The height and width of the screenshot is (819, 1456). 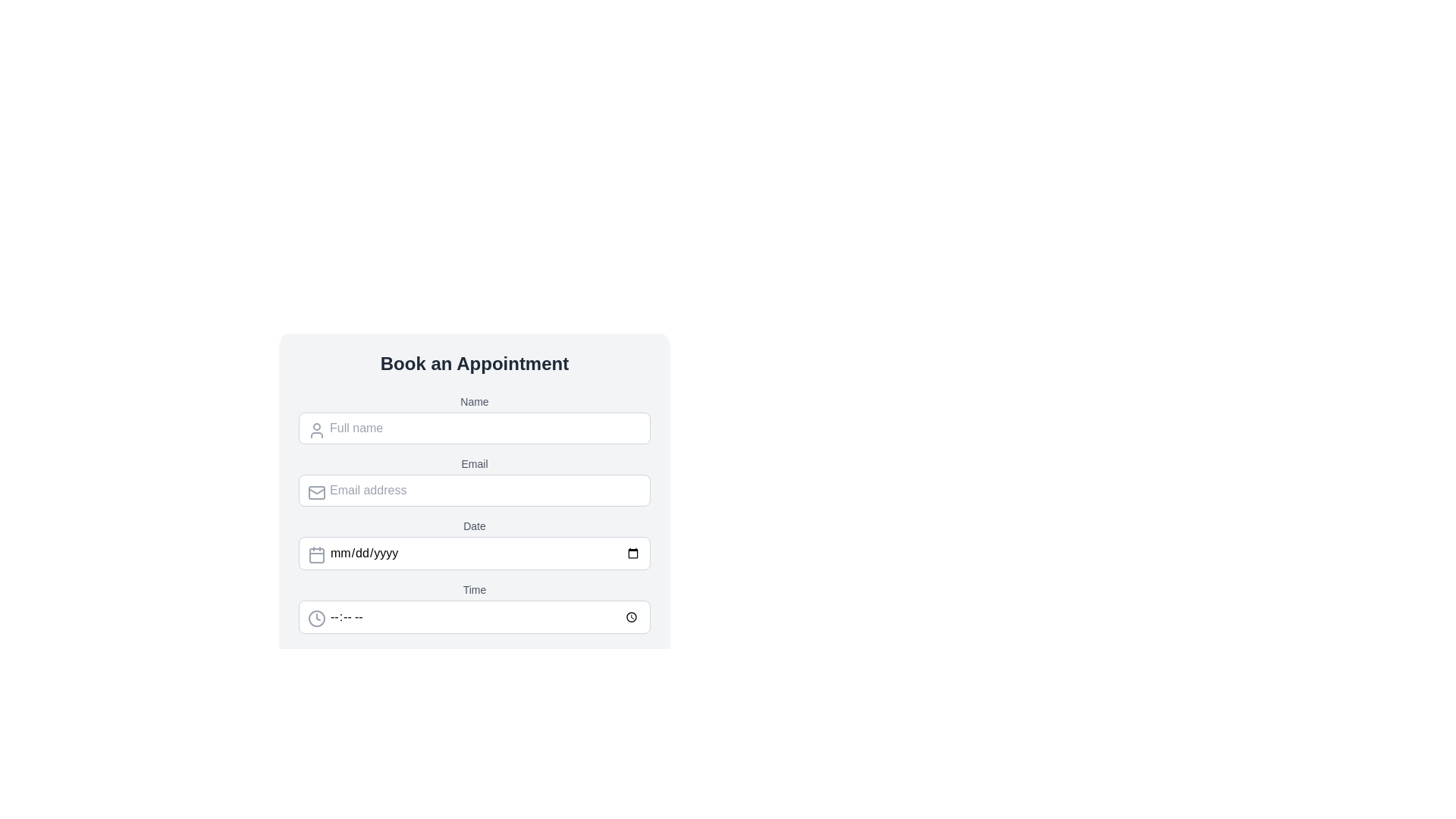 What do you see at coordinates (315, 555) in the screenshot?
I see `the rounded rectangle within the calendar icon located to the left of the 'Date' input field in the 'Book an Appointment' section` at bounding box center [315, 555].